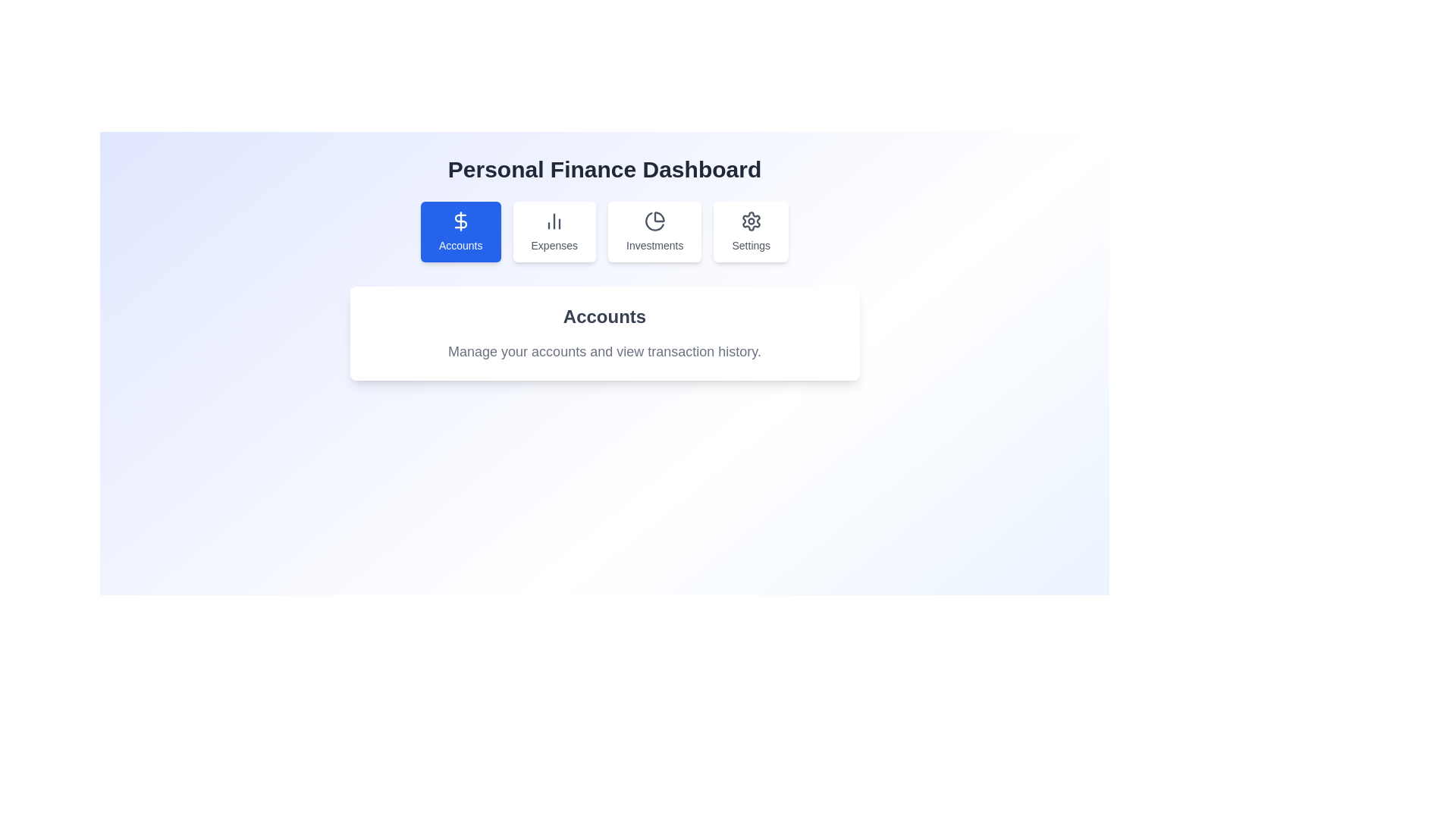 The height and width of the screenshot is (819, 1456). What do you see at coordinates (554, 231) in the screenshot?
I see `the second button in the horizontal navigation bar, which leads to the 'Expenses' section` at bounding box center [554, 231].